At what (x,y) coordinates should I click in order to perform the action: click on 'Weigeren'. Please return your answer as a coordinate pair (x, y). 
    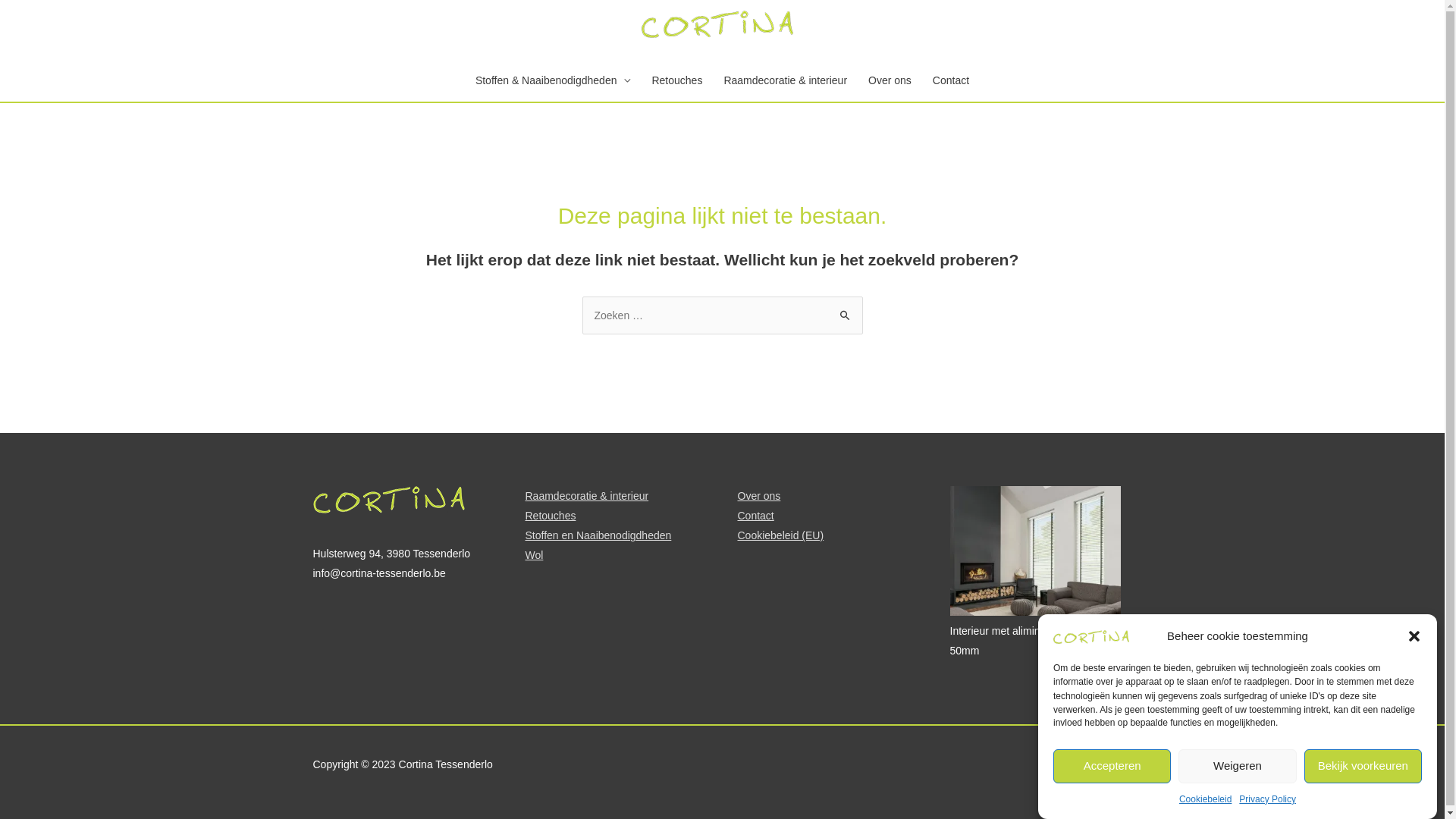
    Looking at the image, I should click on (1237, 766).